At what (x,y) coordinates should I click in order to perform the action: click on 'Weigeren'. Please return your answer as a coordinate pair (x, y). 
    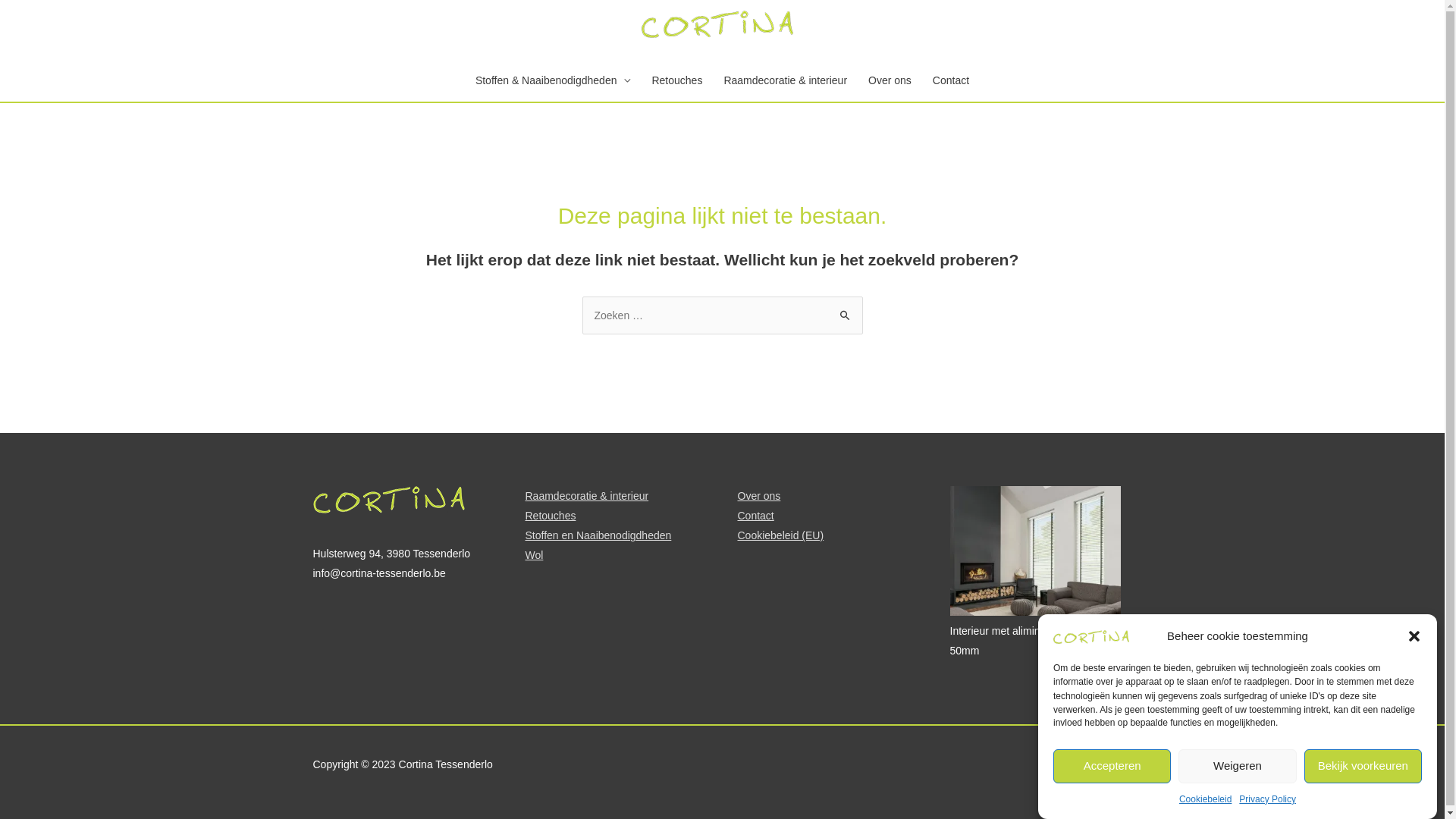
    Looking at the image, I should click on (1237, 766).